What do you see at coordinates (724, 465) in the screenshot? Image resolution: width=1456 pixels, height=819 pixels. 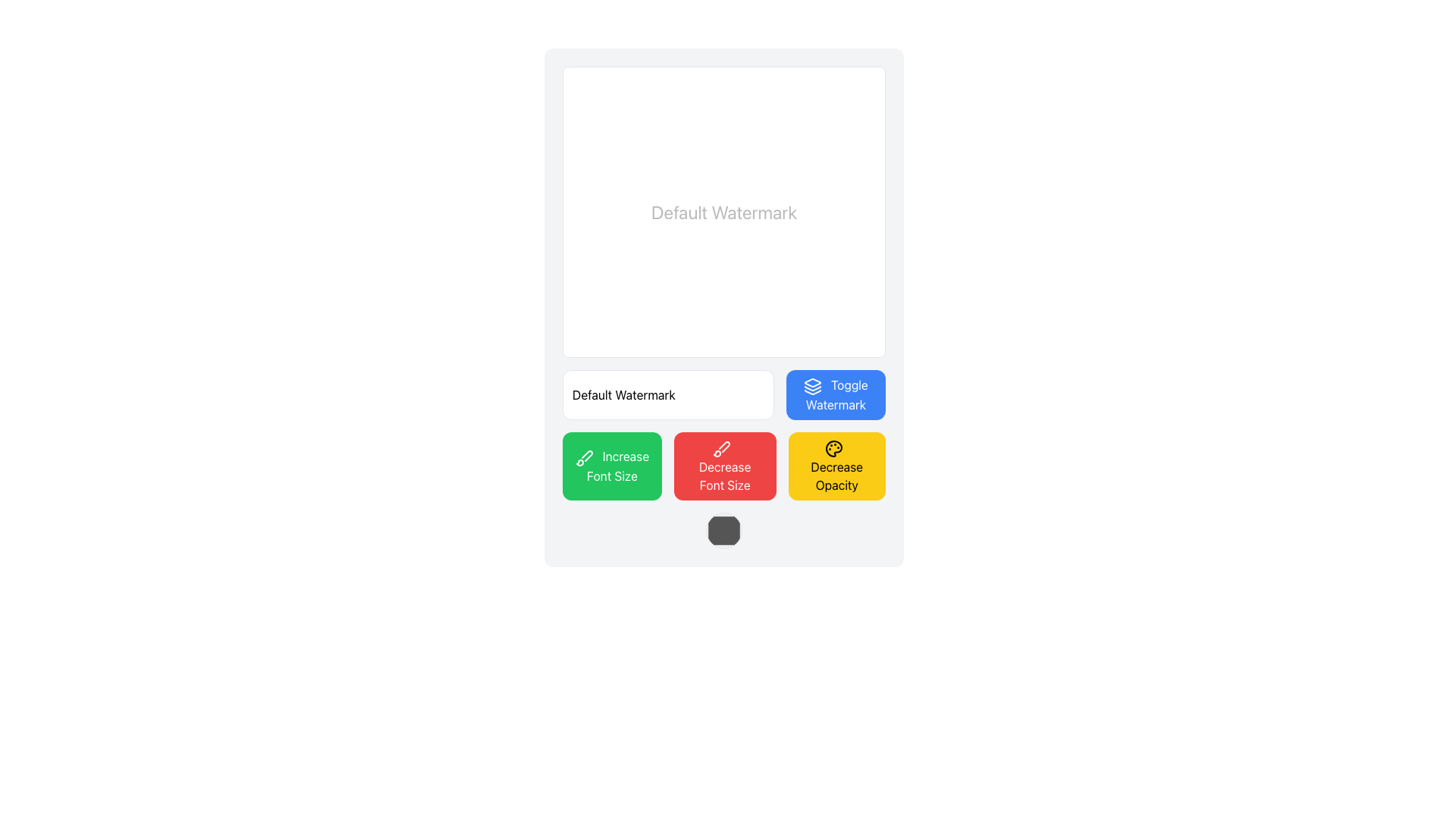 I see `the red button labeled 'Decrease Font Size' with white text and a brush icon to decrease the font size` at bounding box center [724, 465].